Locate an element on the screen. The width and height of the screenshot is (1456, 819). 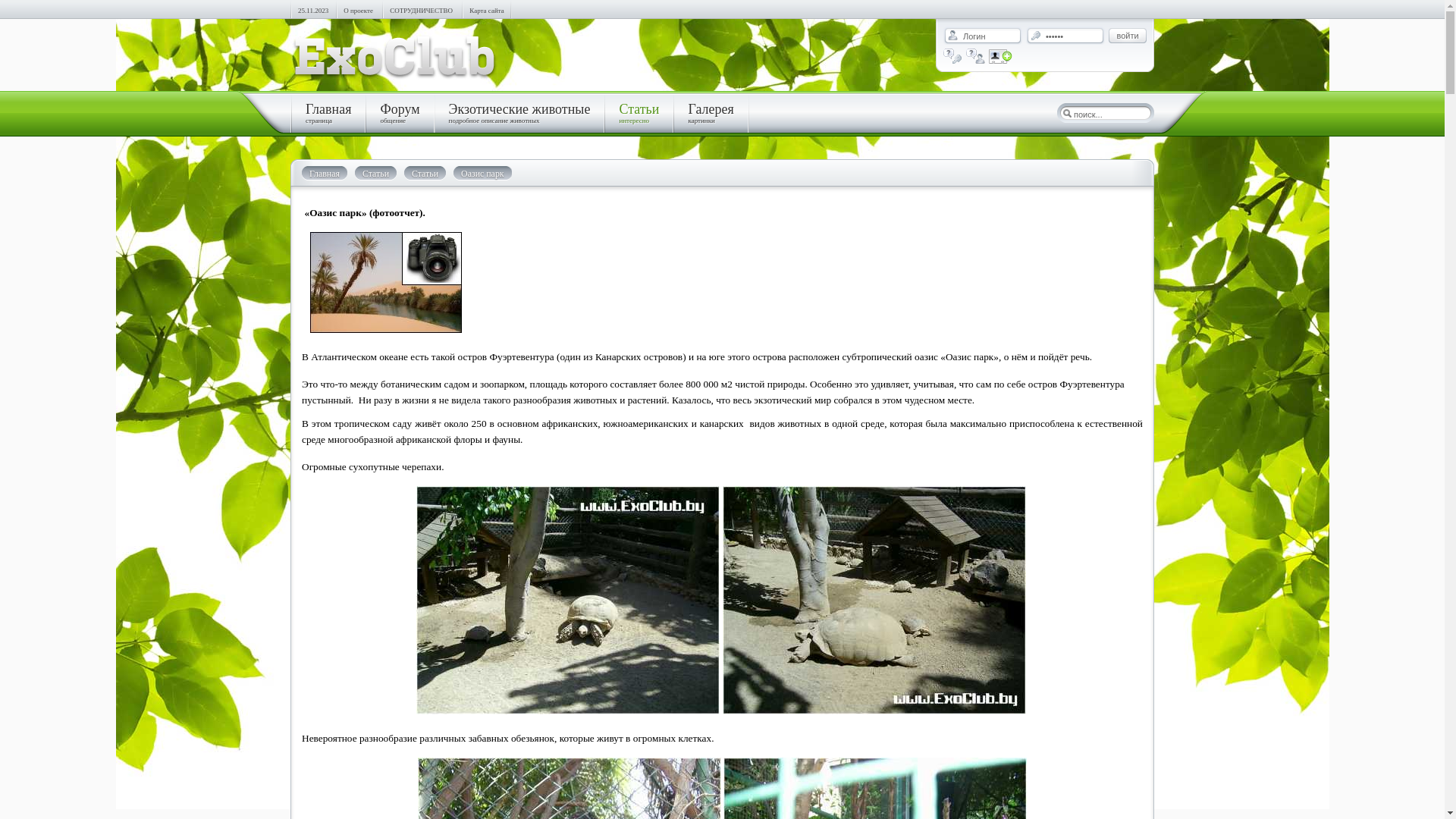
'Search' is located at coordinates (1059, 112).